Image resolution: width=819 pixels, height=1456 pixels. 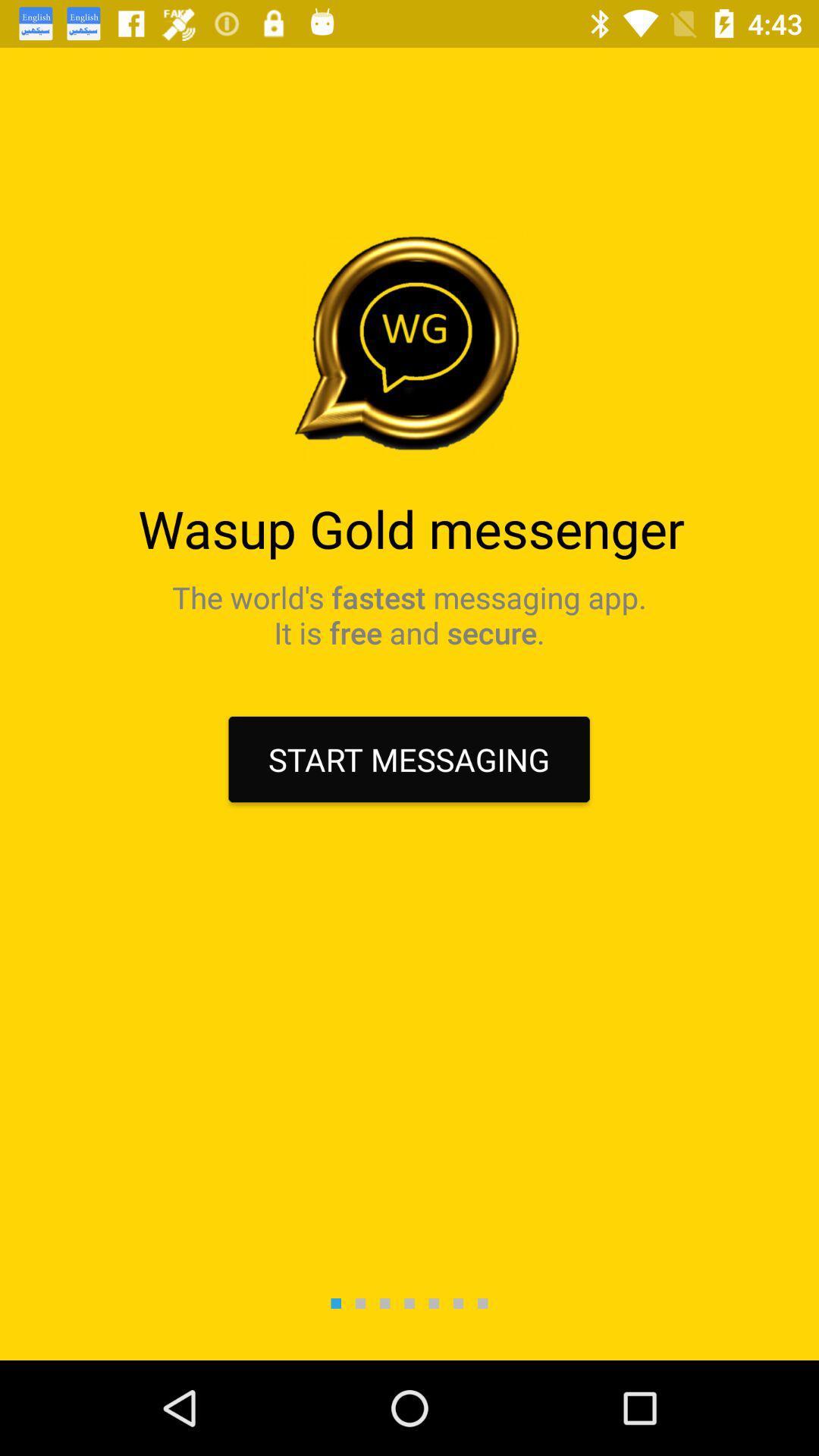 I want to click on icon below the the world s item, so click(x=408, y=759).